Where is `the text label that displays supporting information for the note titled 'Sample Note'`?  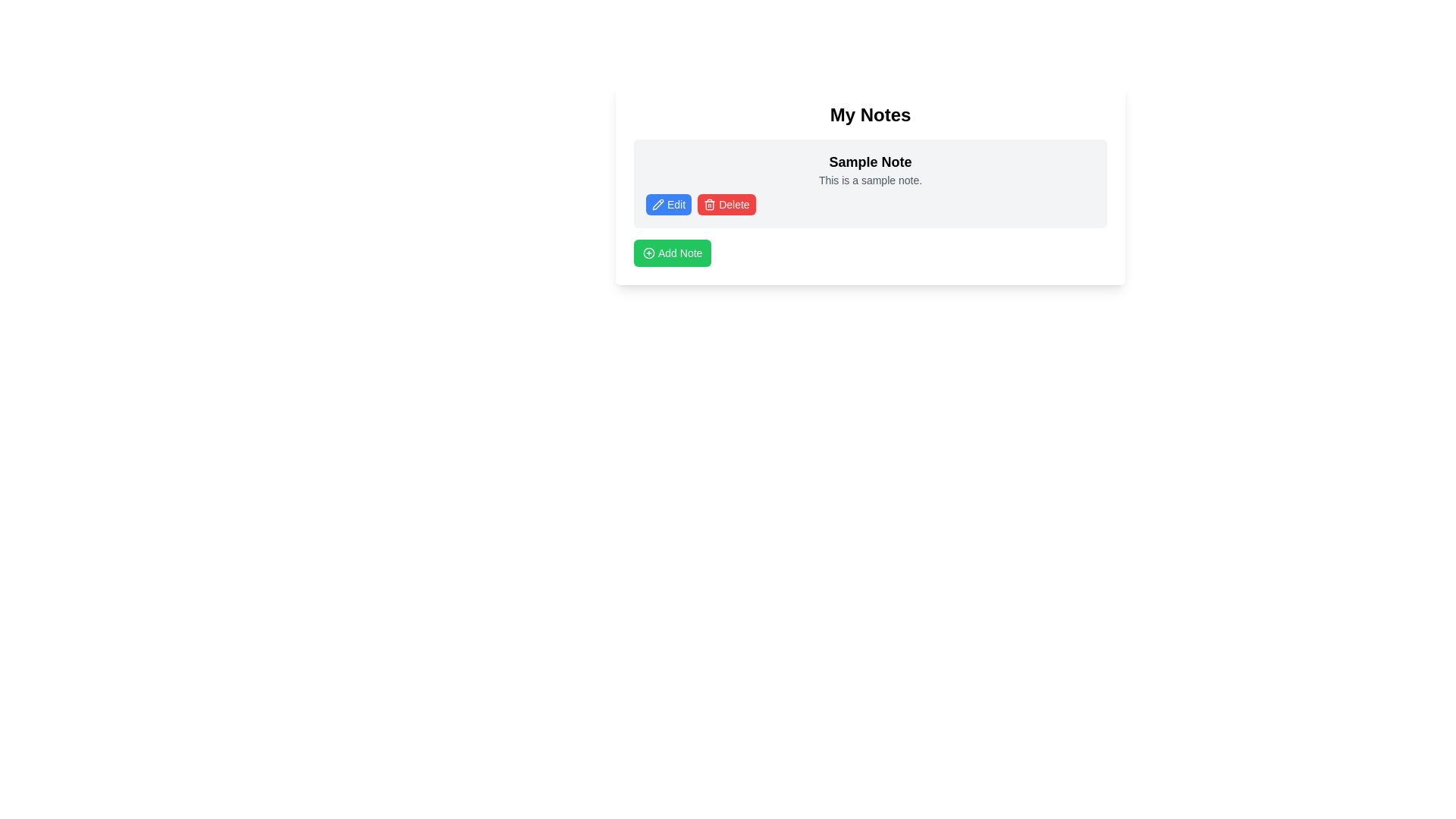 the text label that displays supporting information for the note titled 'Sample Note' is located at coordinates (870, 180).